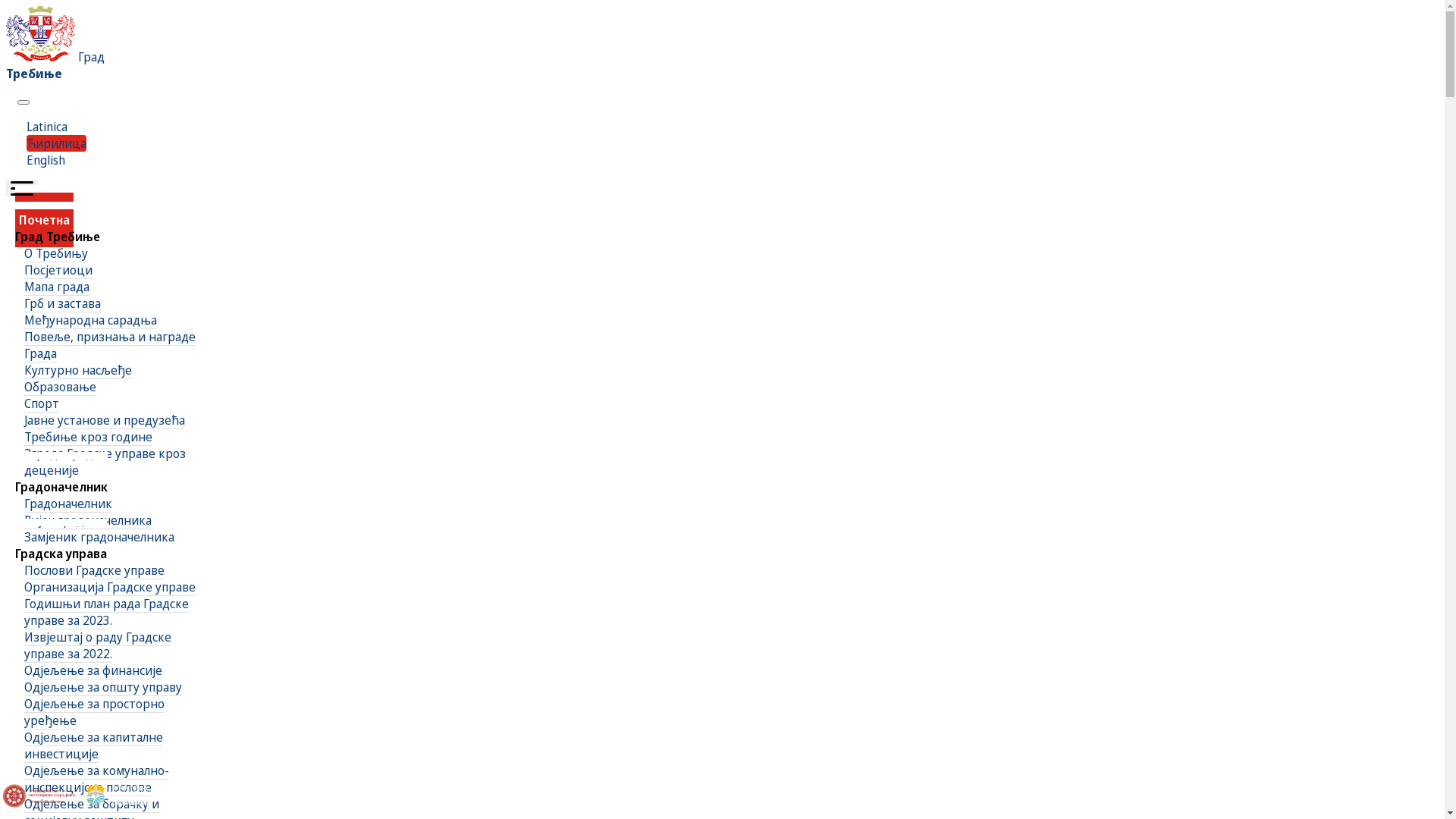  I want to click on 'English', so click(45, 160).